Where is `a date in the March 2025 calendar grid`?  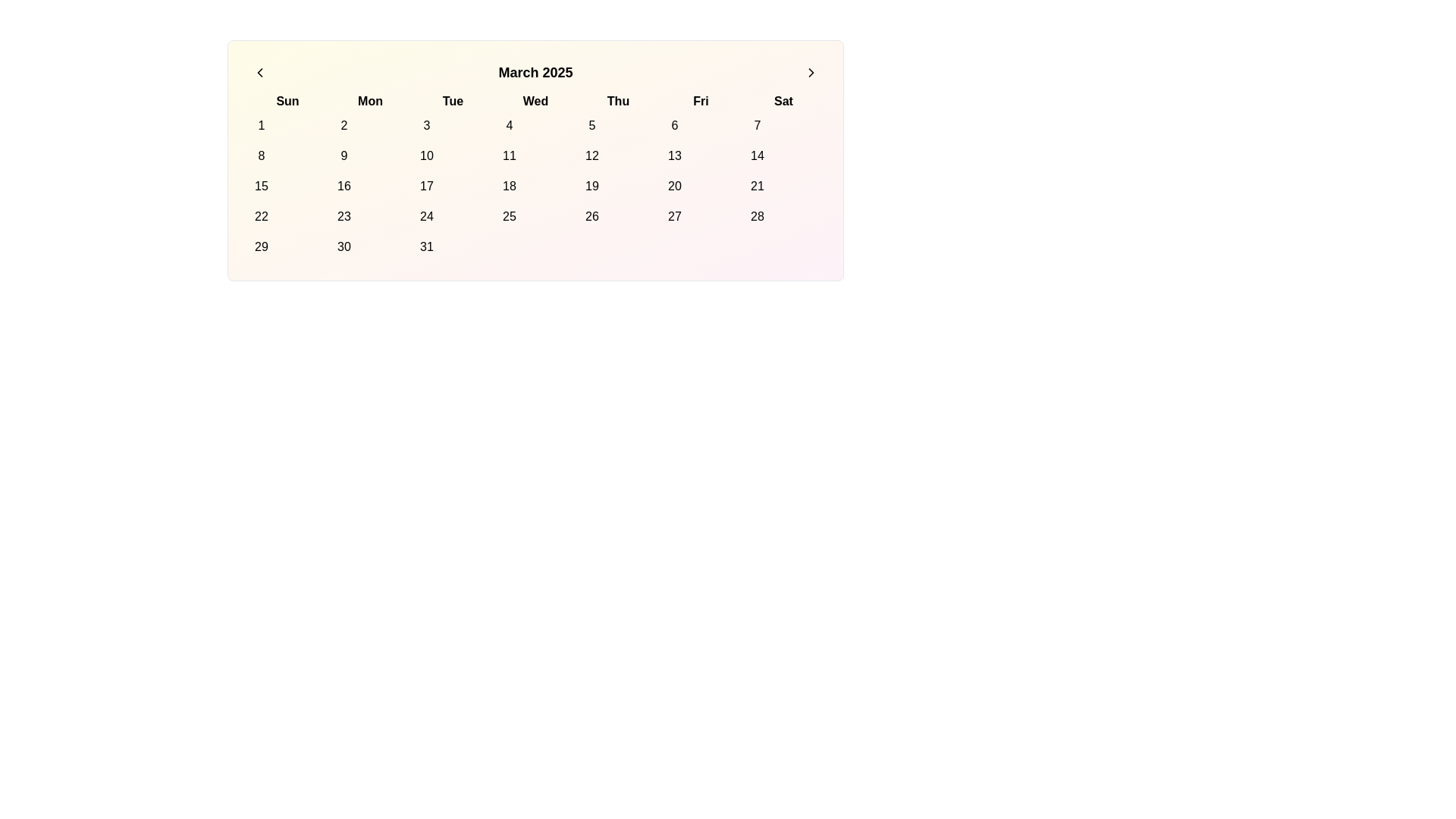
a date in the March 2025 calendar grid is located at coordinates (535, 177).